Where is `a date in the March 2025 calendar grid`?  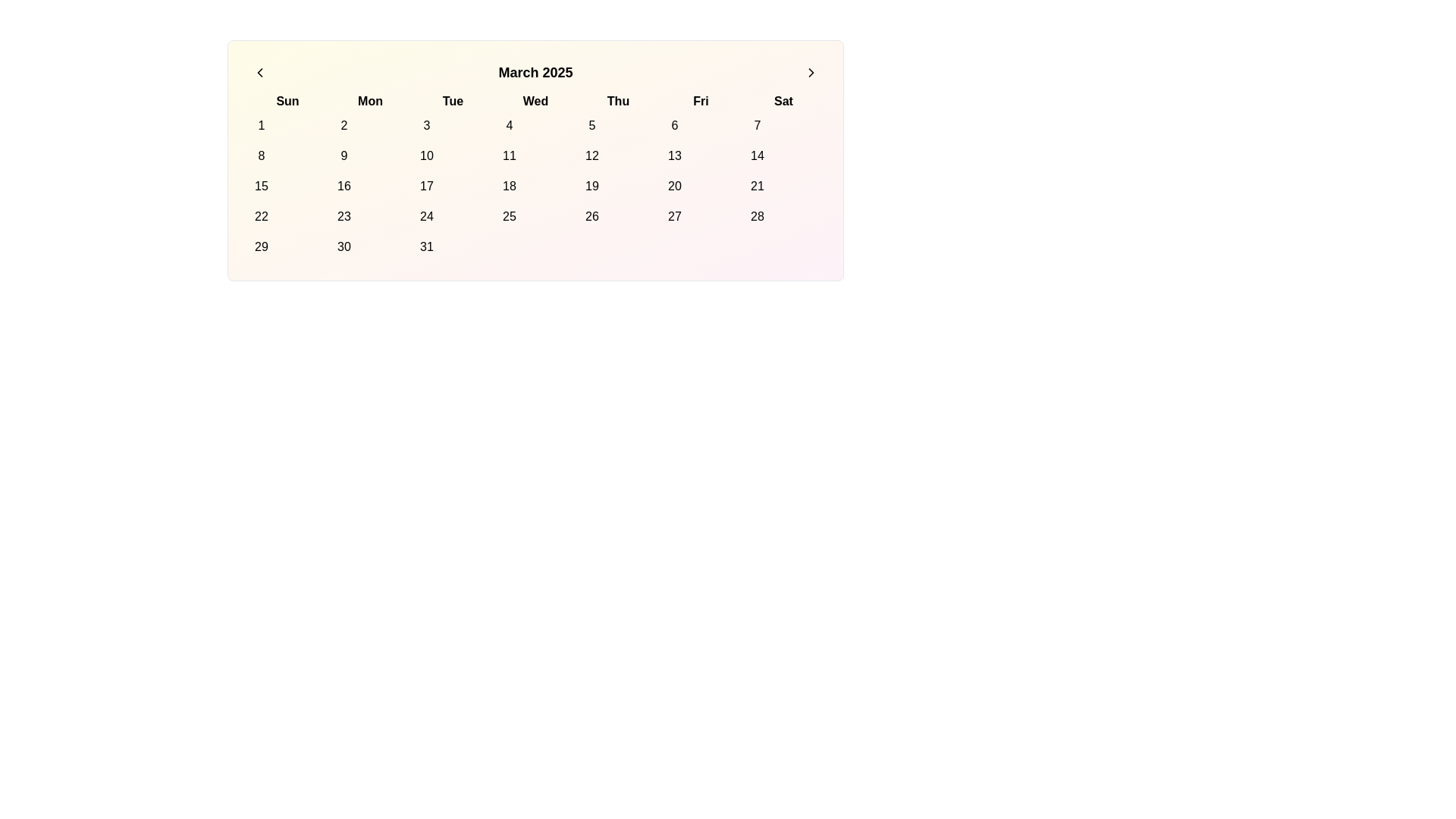
a date in the March 2025 calendar grid is located at coordinates (535, 177).